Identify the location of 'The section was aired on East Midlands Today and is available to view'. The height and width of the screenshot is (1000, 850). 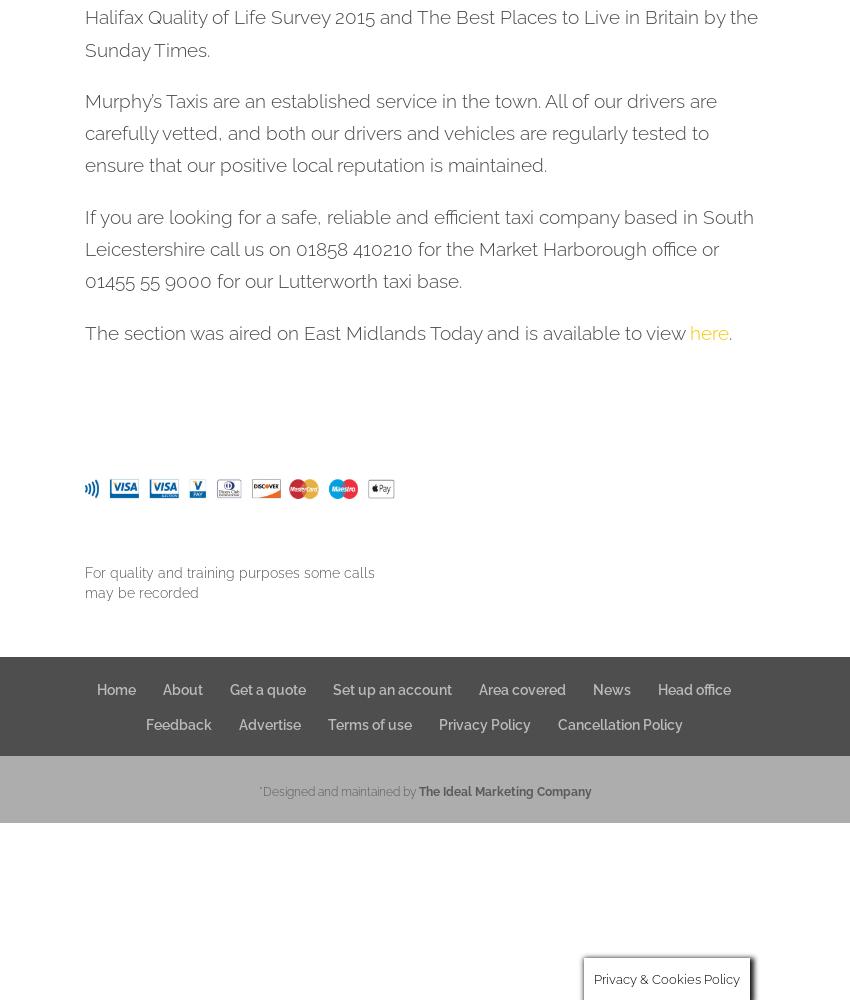
(387, 331).